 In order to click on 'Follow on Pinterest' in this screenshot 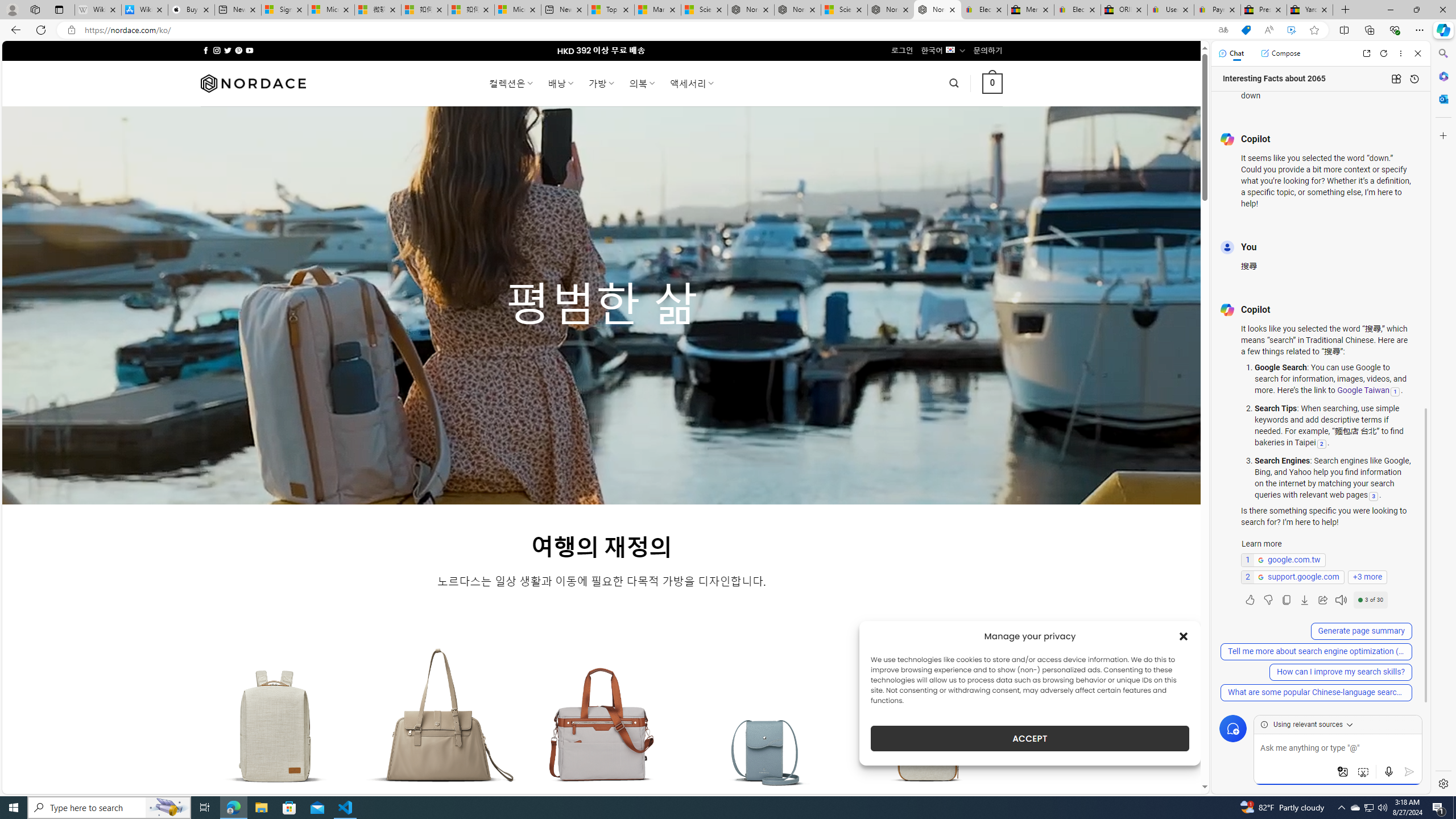, I will do `click(237, 50)`.